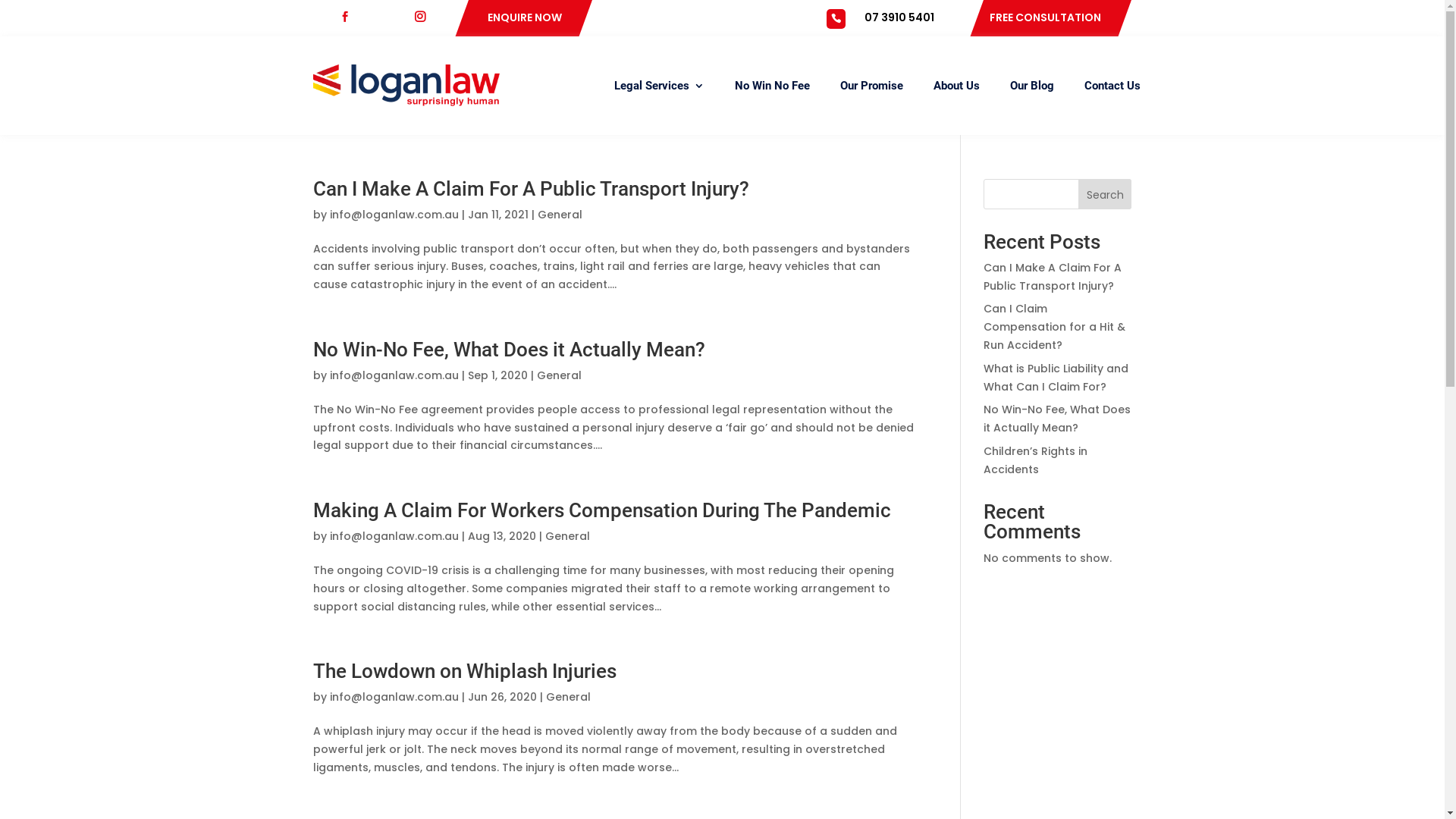 This screenshot has height=819, width=1456. What do you see at coordinates (463, 670) in the screenshot?
I see `'The Lowdown on Whiplash Injuries'` at bounding box center [463, 670].